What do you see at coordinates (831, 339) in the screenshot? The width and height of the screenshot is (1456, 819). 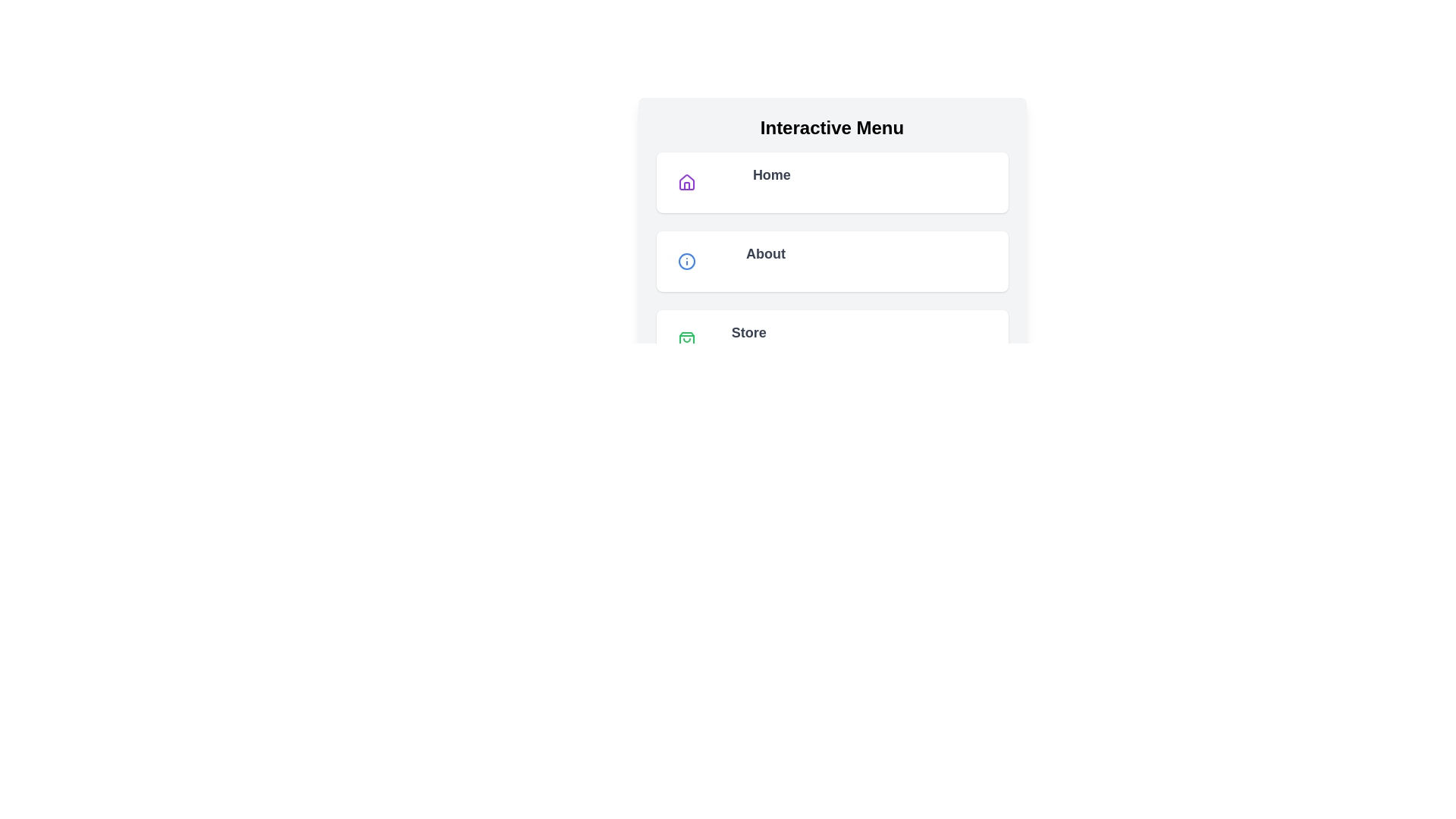 I see `the menu item labeled Store to view its tooltip` at bounding box center [831, 339].